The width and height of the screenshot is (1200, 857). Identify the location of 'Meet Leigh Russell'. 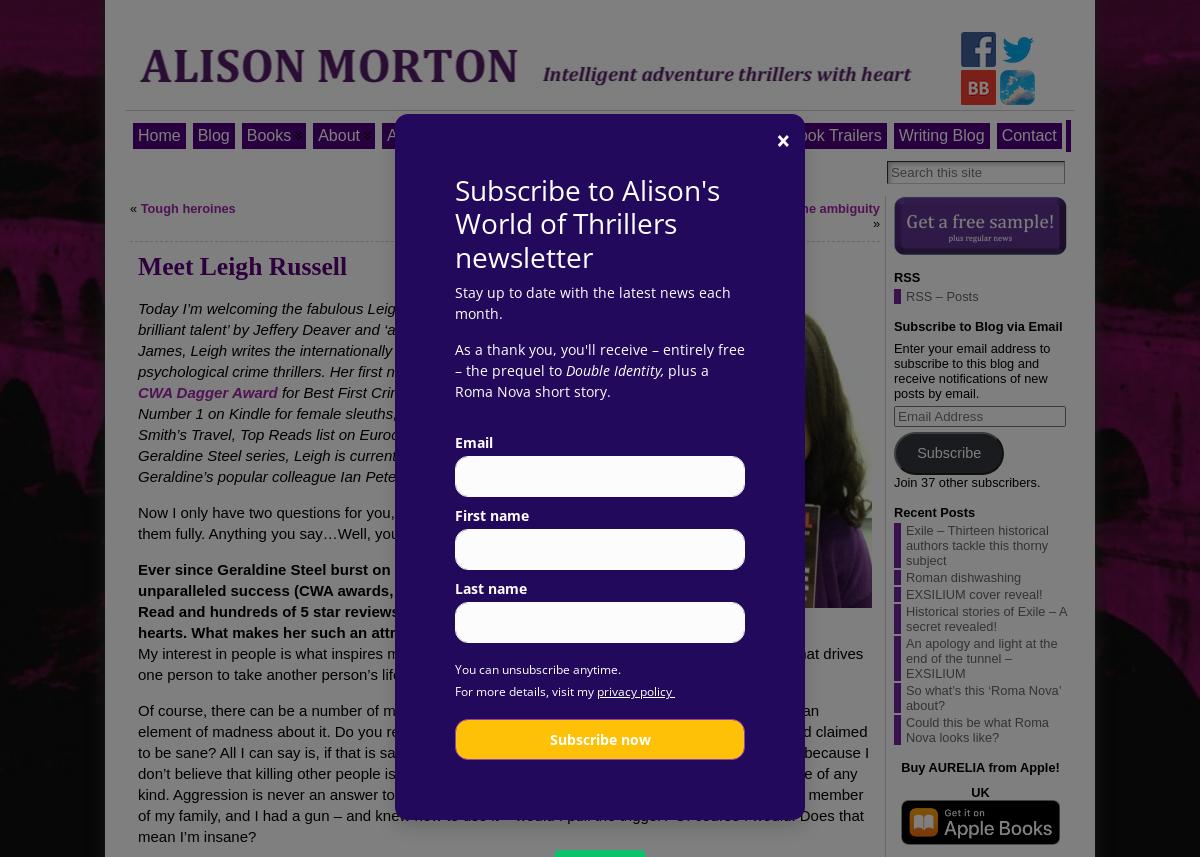
(241, 266).